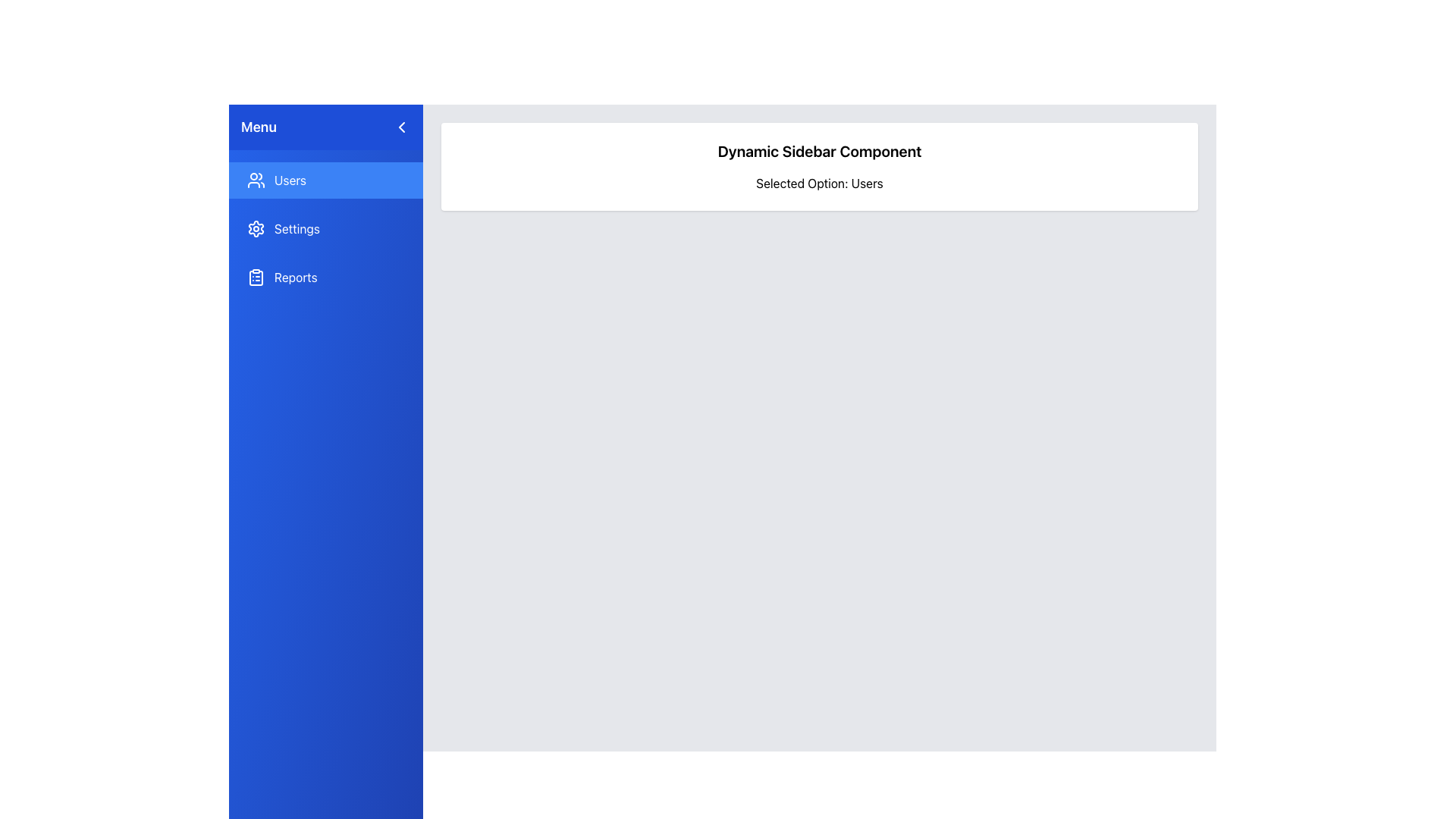  What do you see at coordinates (401, 127) in the screenshot?
I see `the small chevron button pointing to the left, located in the top-right corner of the navigation bar` at bounding box center [401, 127].